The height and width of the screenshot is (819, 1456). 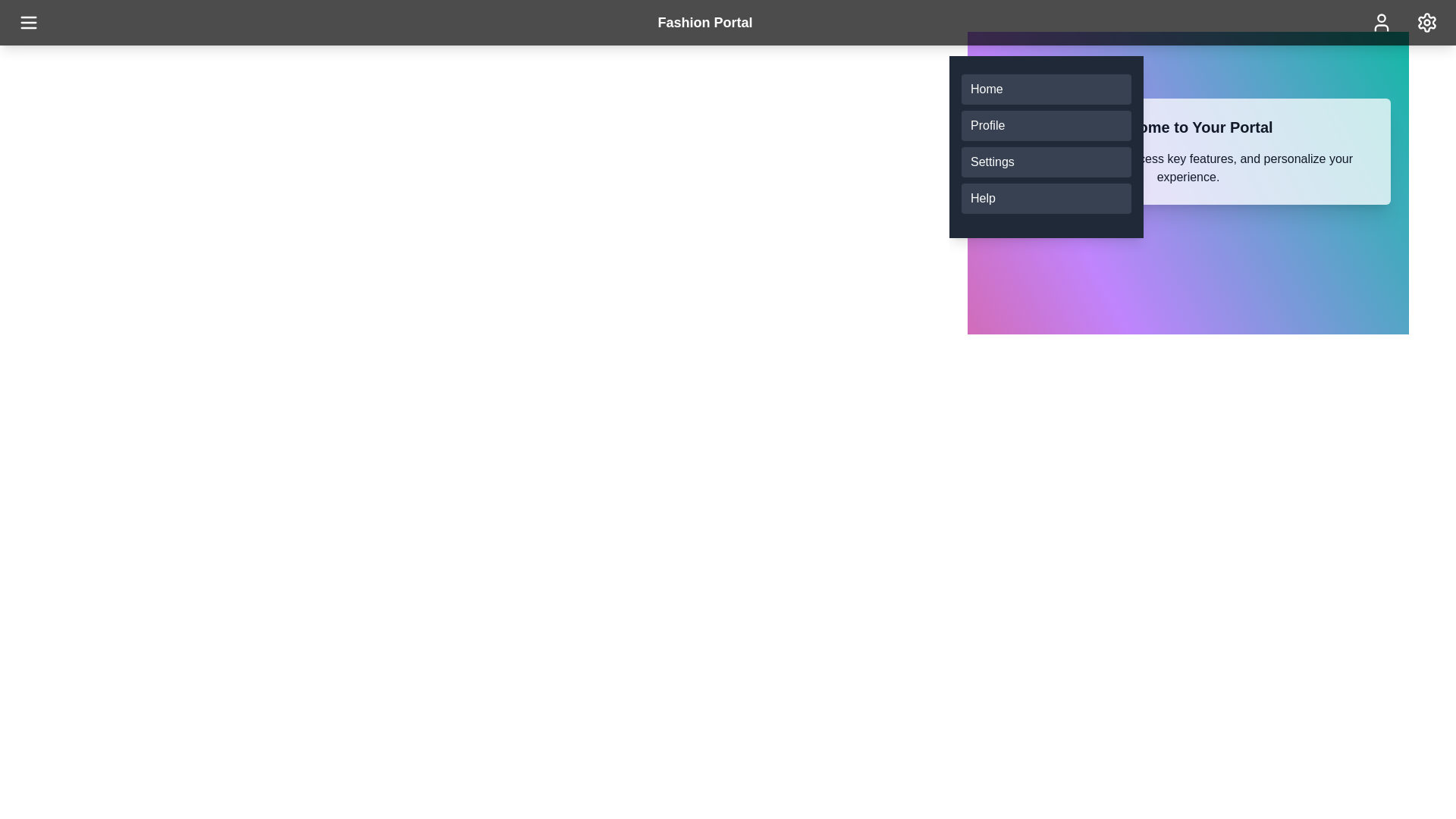 What do you see at coordinates (1046, 162) in the screenshot?
I see `the menu item Settings from the list` at bounding box center [1046, 162].